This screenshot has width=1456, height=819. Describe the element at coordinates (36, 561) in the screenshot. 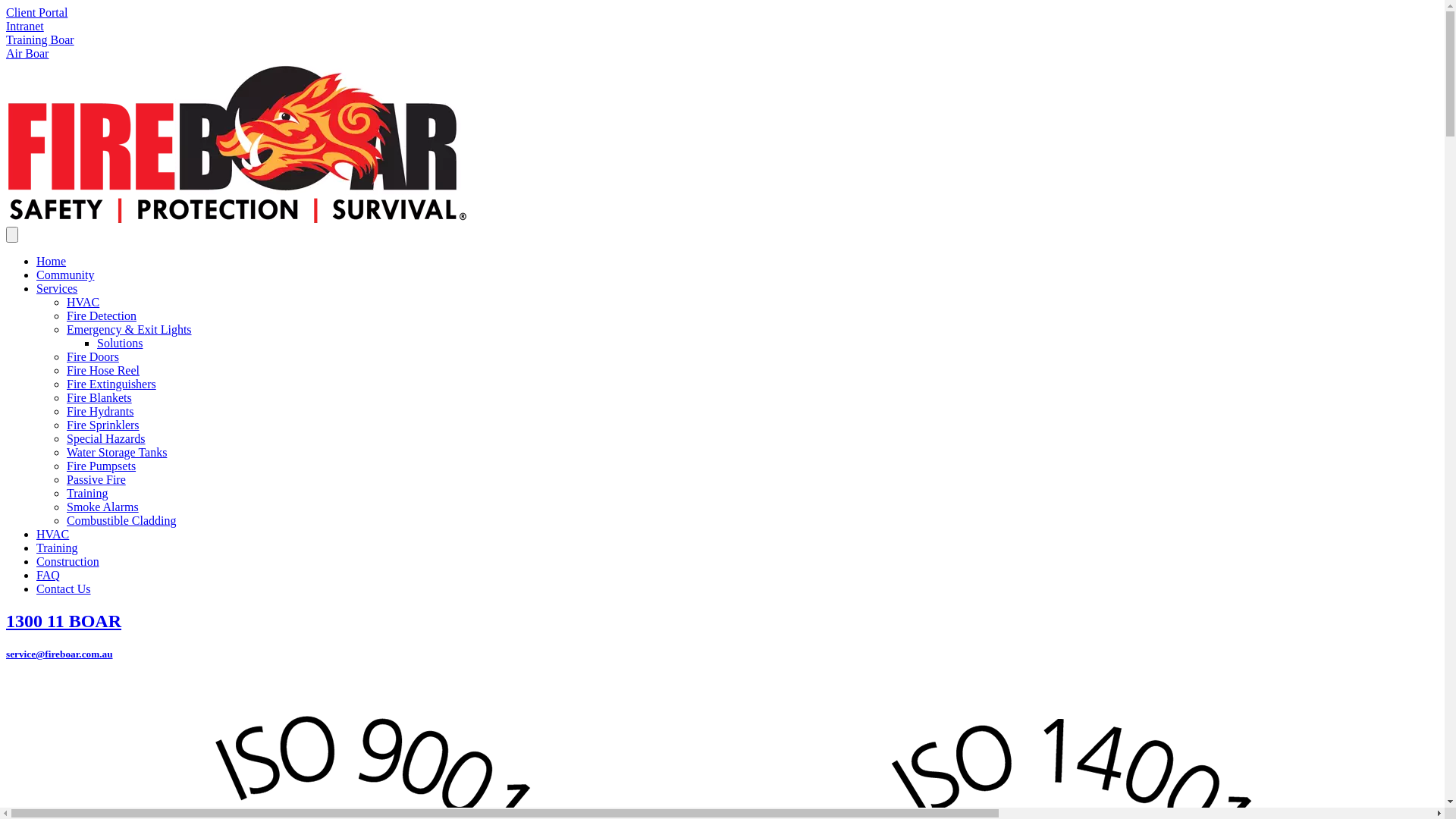

I see `'Construction'` at that location.